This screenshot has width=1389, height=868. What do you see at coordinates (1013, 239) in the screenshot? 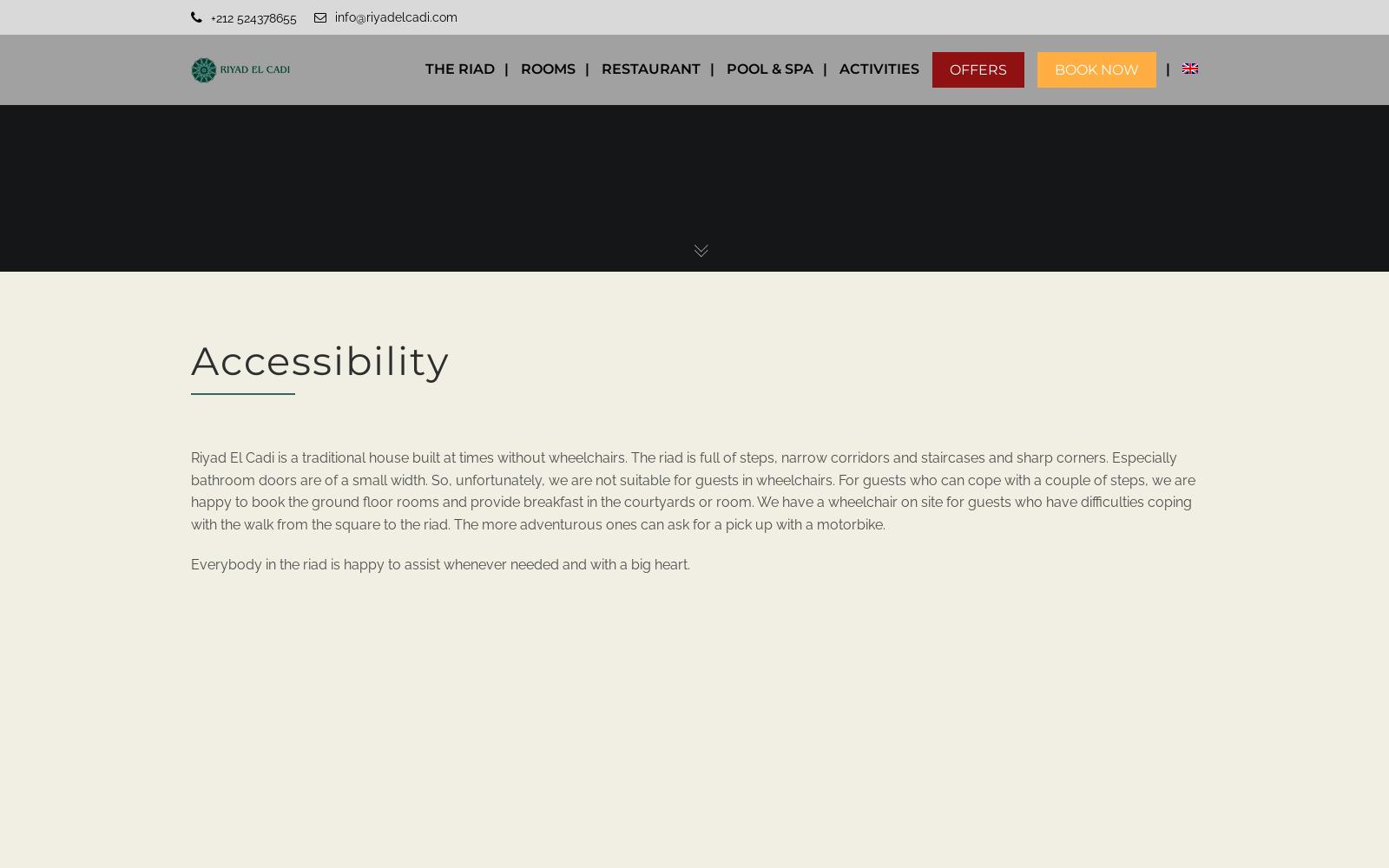
I see `'Friends of El Cadi'` at bounding box center [1013, 239].